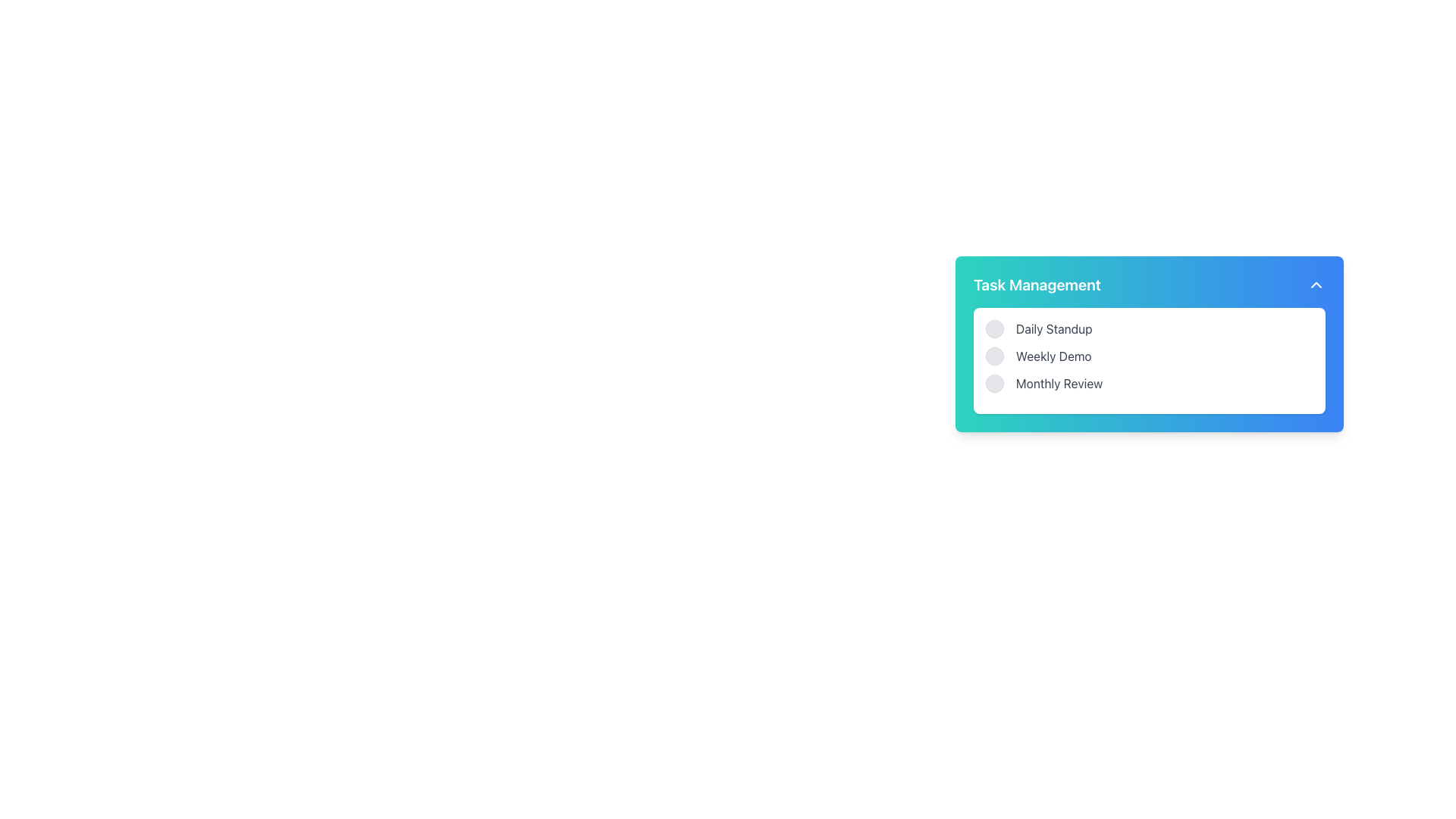  What do you see at coordinates (1053, 356) in the screenshot?
I see `the text label for the second item in the 'Task Management' list, which is positioned between 'Daily Standup' and 'Monthly Review'` at bounding box center [1053, 356].